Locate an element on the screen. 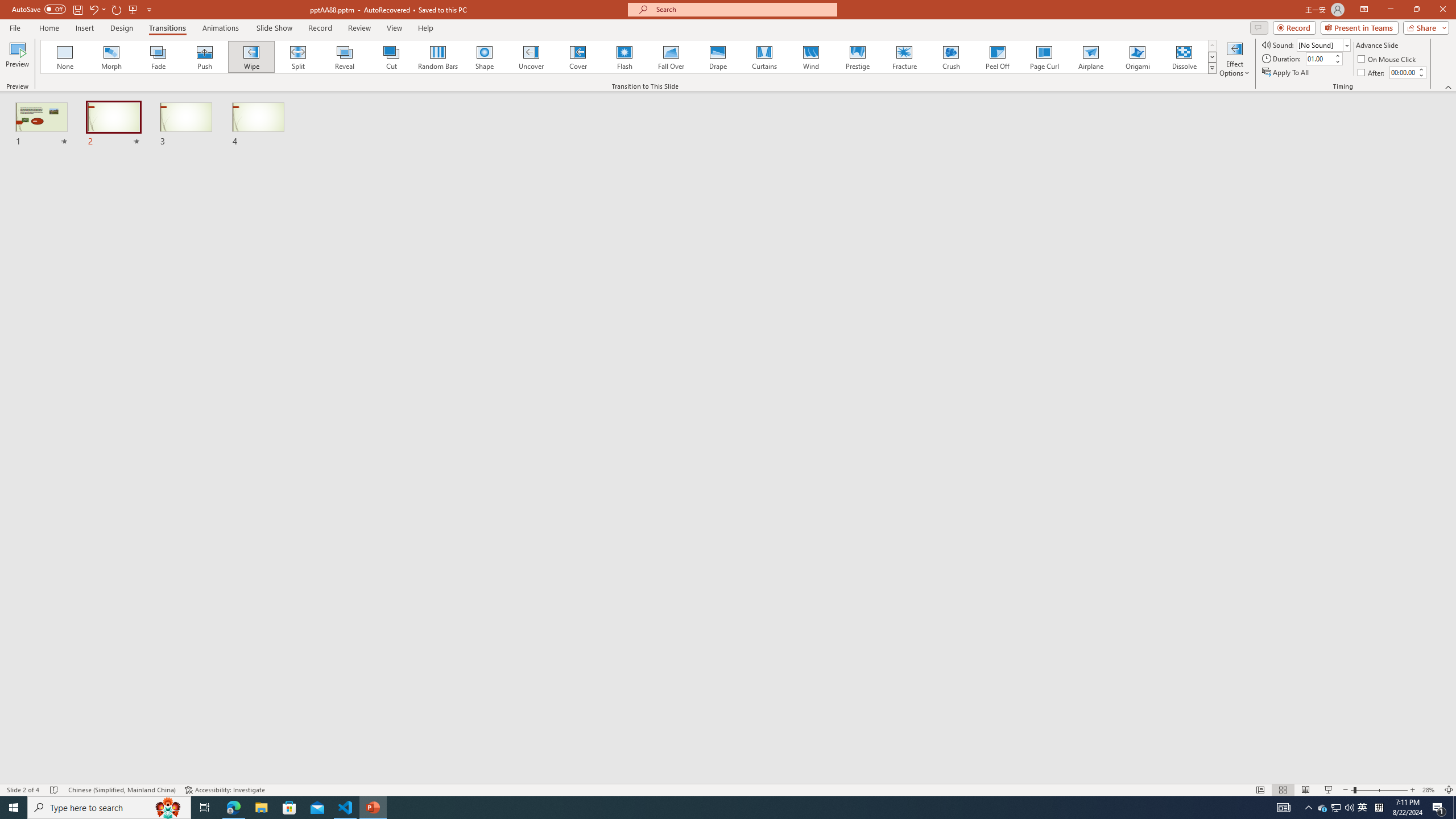 This screenshot has width=1456, height=819. 'Transition Effects' is located at coordinates (1212, 67).